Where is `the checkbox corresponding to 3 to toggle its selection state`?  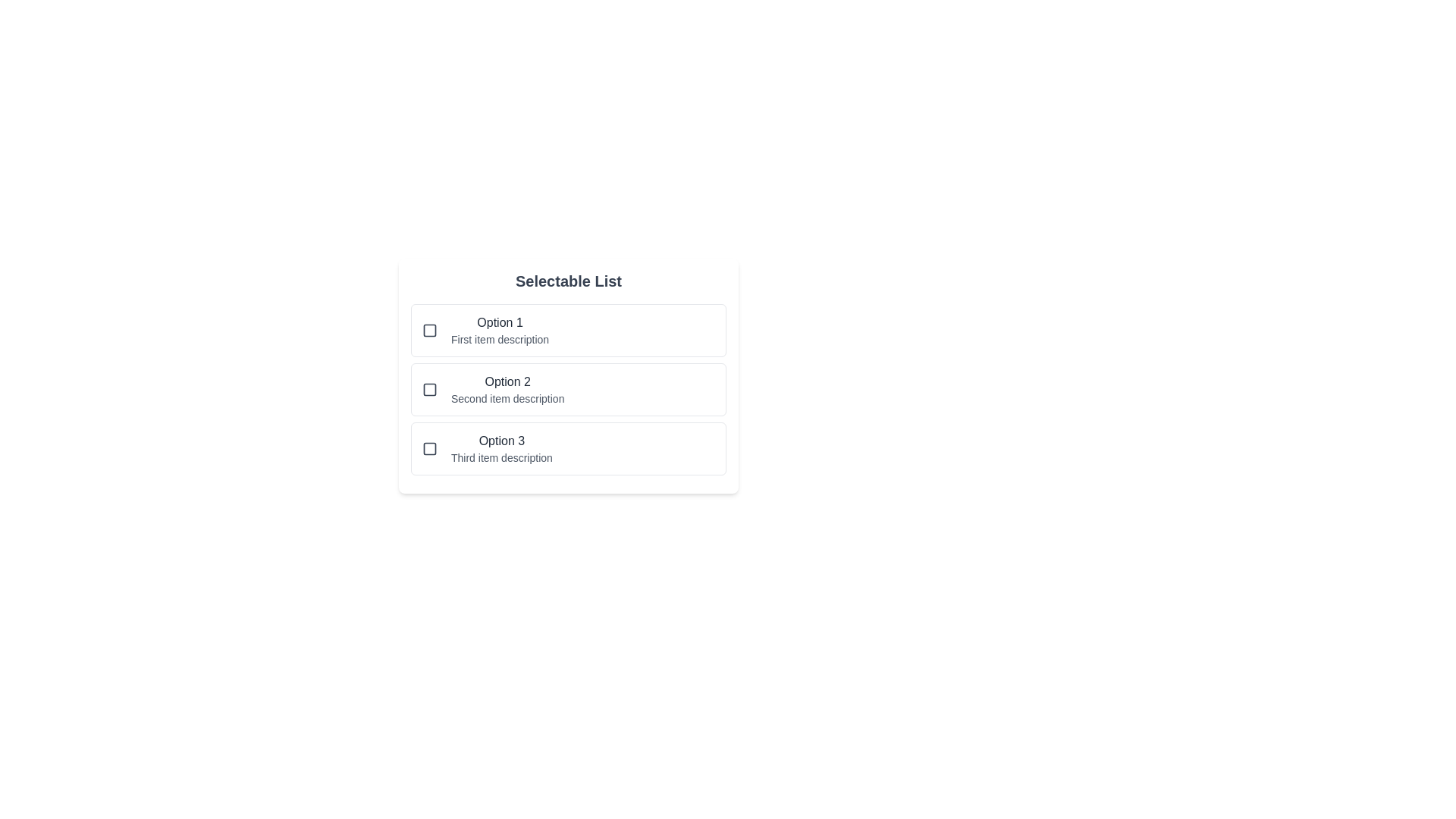 the checkbox corresponding to 3 to toggle its selection state is located at coordinates (428, 447).